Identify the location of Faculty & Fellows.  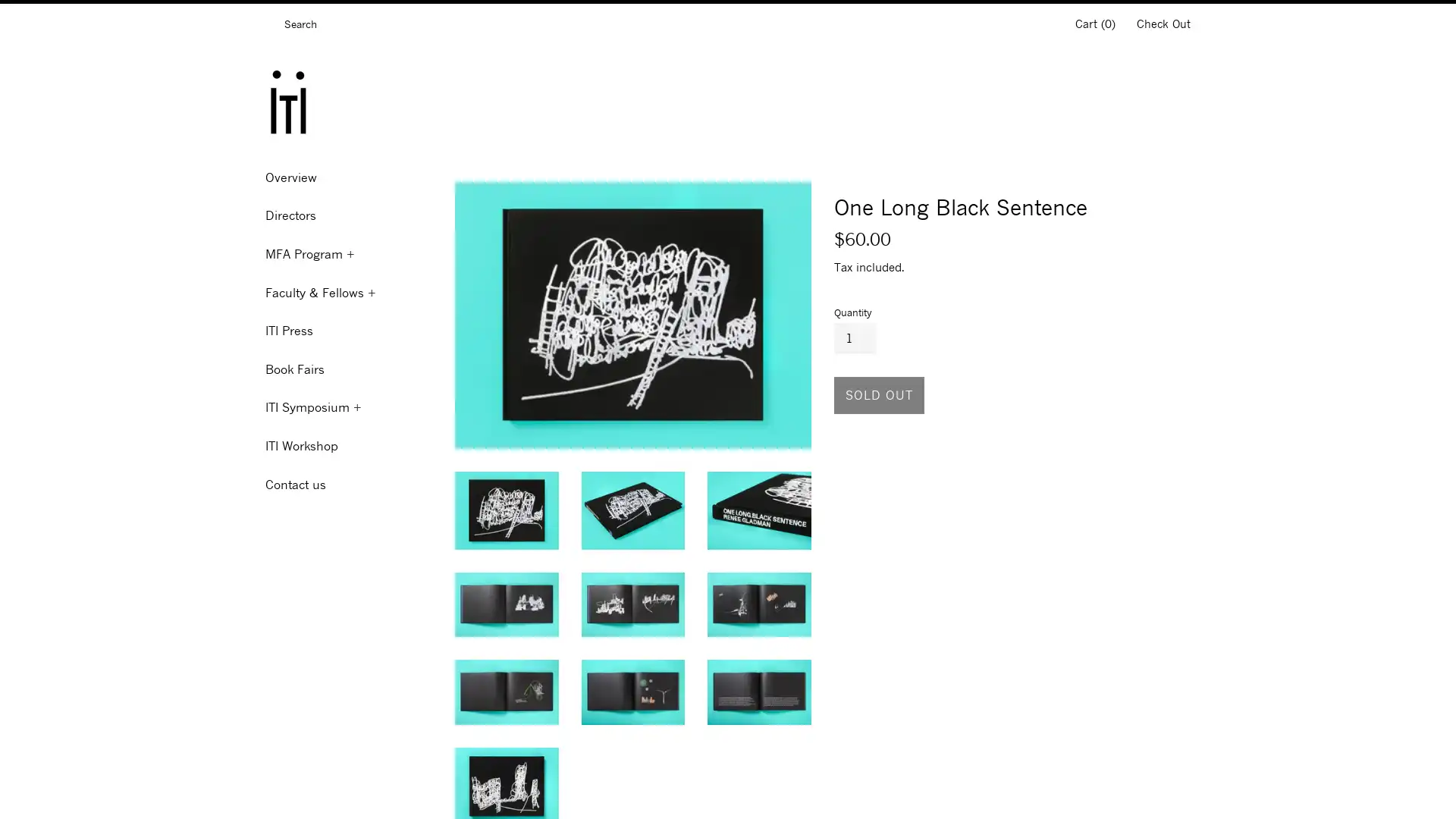
(348, 292).